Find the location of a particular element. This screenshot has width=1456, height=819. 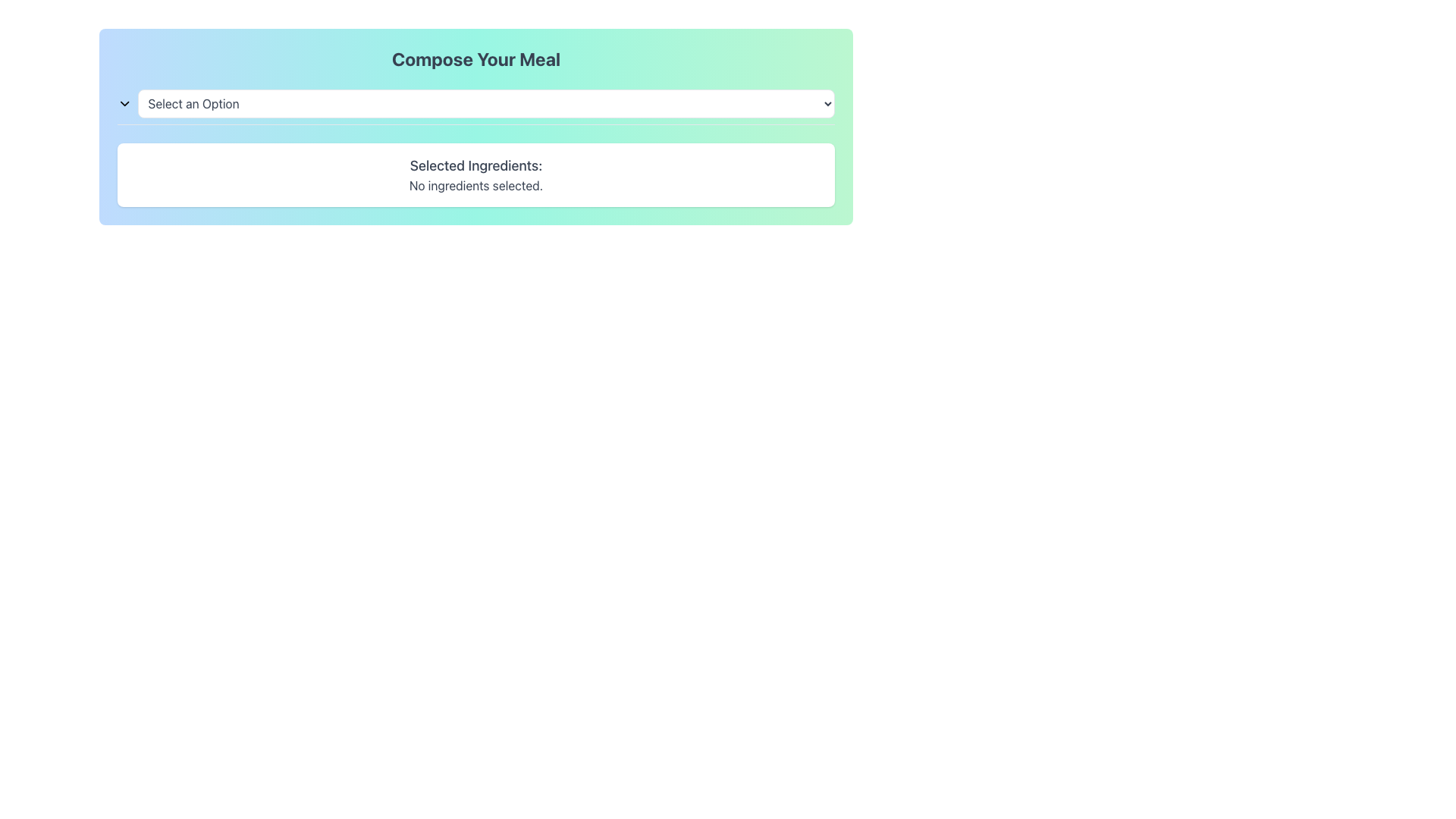

the text label that displays 'No ingredients selected.' located below the title 'Selected Ingredients:' in the white rounded box is located at coordinates (475, 185).